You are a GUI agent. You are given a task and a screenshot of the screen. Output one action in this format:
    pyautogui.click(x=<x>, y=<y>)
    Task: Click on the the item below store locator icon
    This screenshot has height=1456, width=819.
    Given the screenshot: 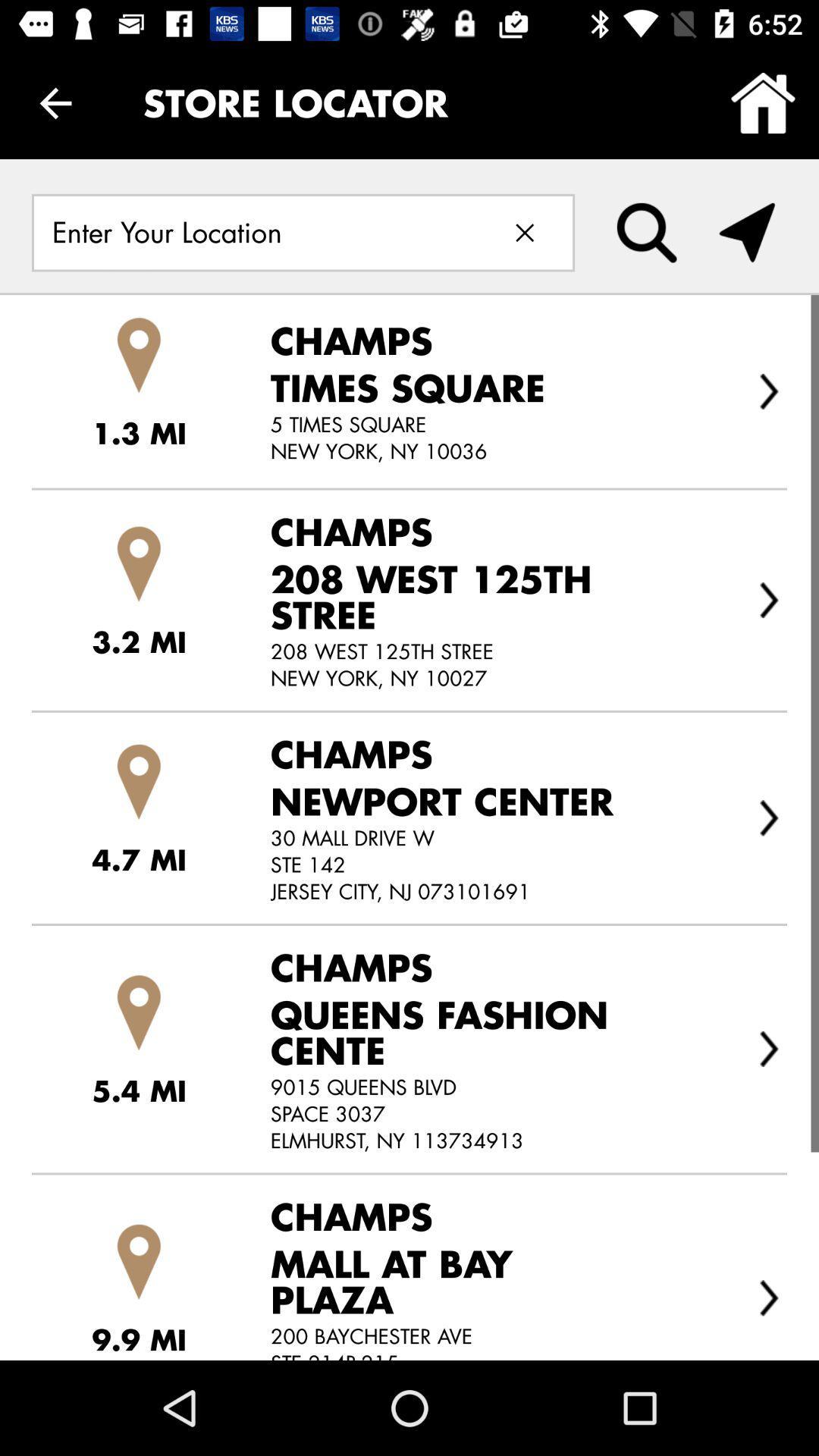 What is the action you would take?
    pyautogui.click(x=647, y=232)
    